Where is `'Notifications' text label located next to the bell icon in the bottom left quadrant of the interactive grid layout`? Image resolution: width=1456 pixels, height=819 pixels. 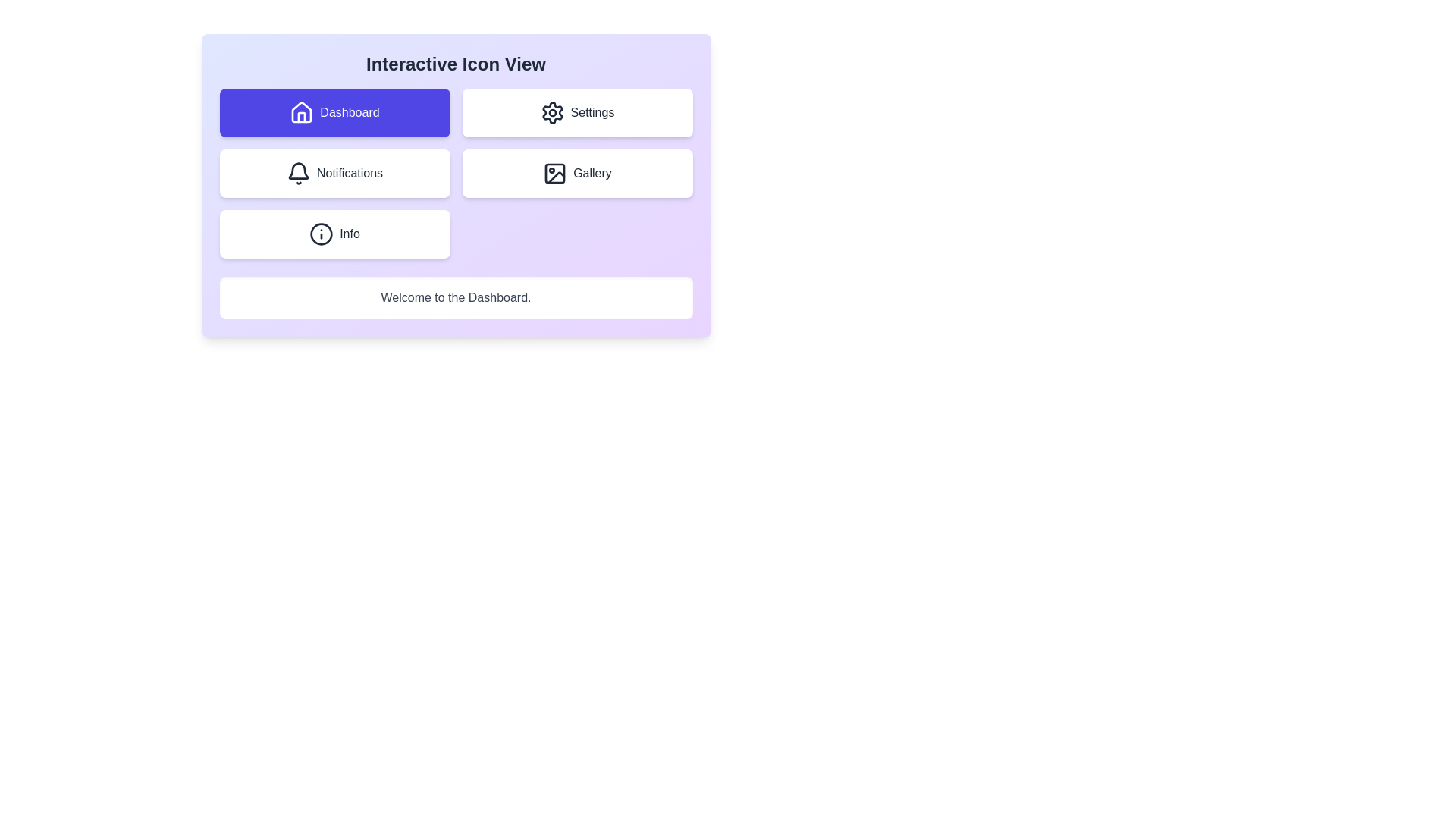
'Notifications' text label located next to the bell icon in the bottom left quadrant of the interactive grid layout is located at coordinates (349, 172).